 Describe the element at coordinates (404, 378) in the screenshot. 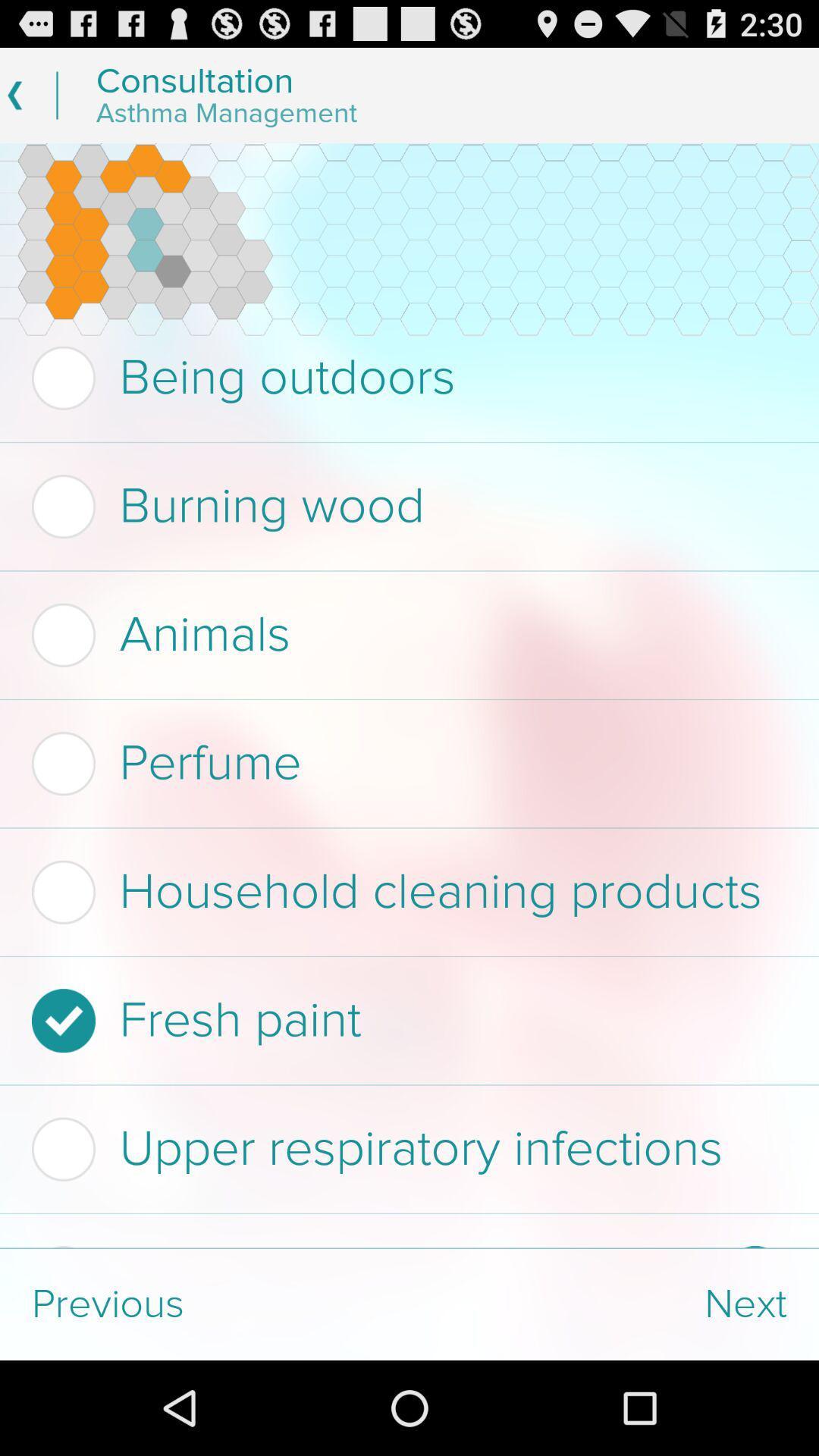

I see `the item above the burning wood` at that location.